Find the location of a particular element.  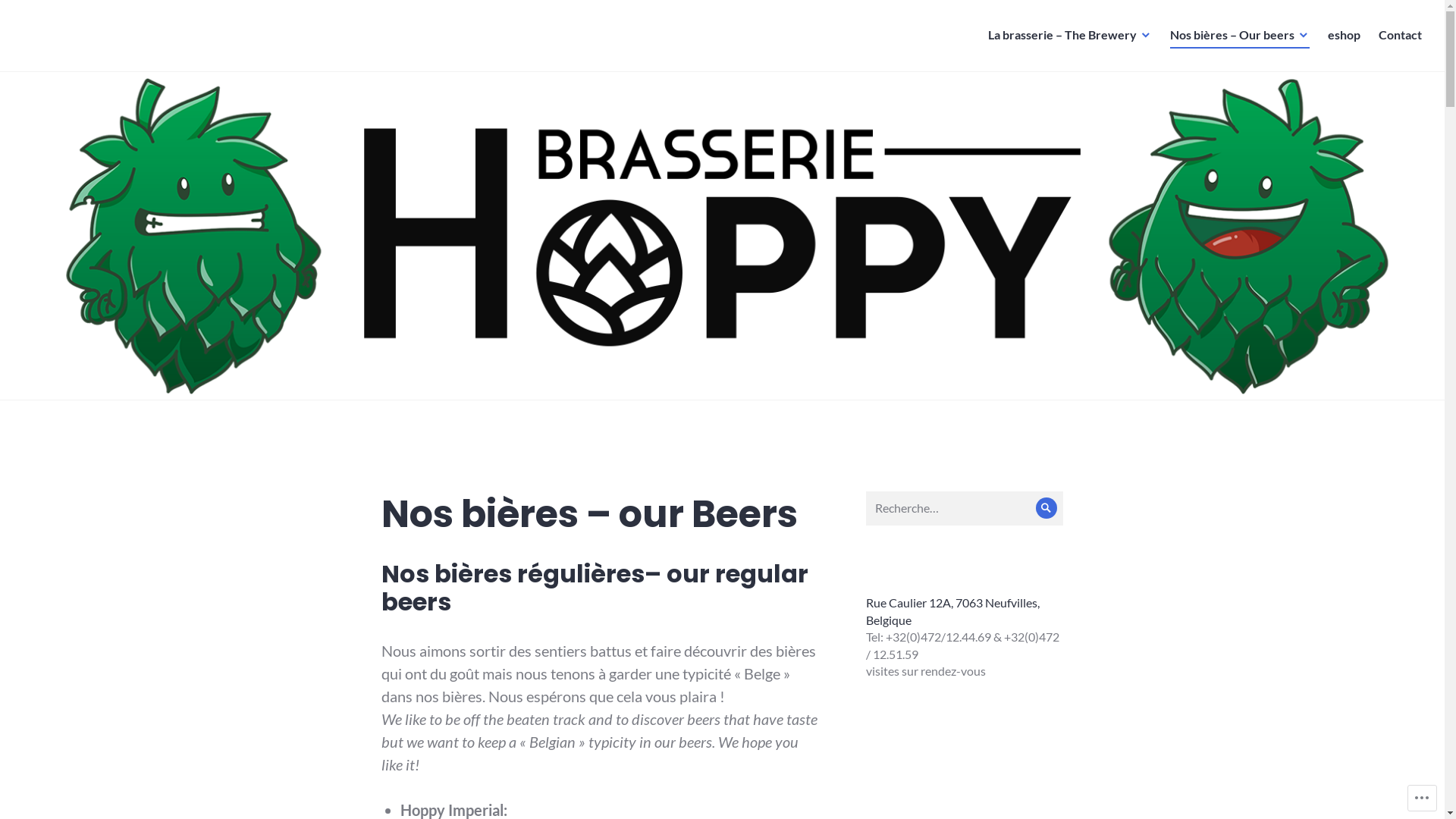

'eshop' is located at coordinates (1344, 34).